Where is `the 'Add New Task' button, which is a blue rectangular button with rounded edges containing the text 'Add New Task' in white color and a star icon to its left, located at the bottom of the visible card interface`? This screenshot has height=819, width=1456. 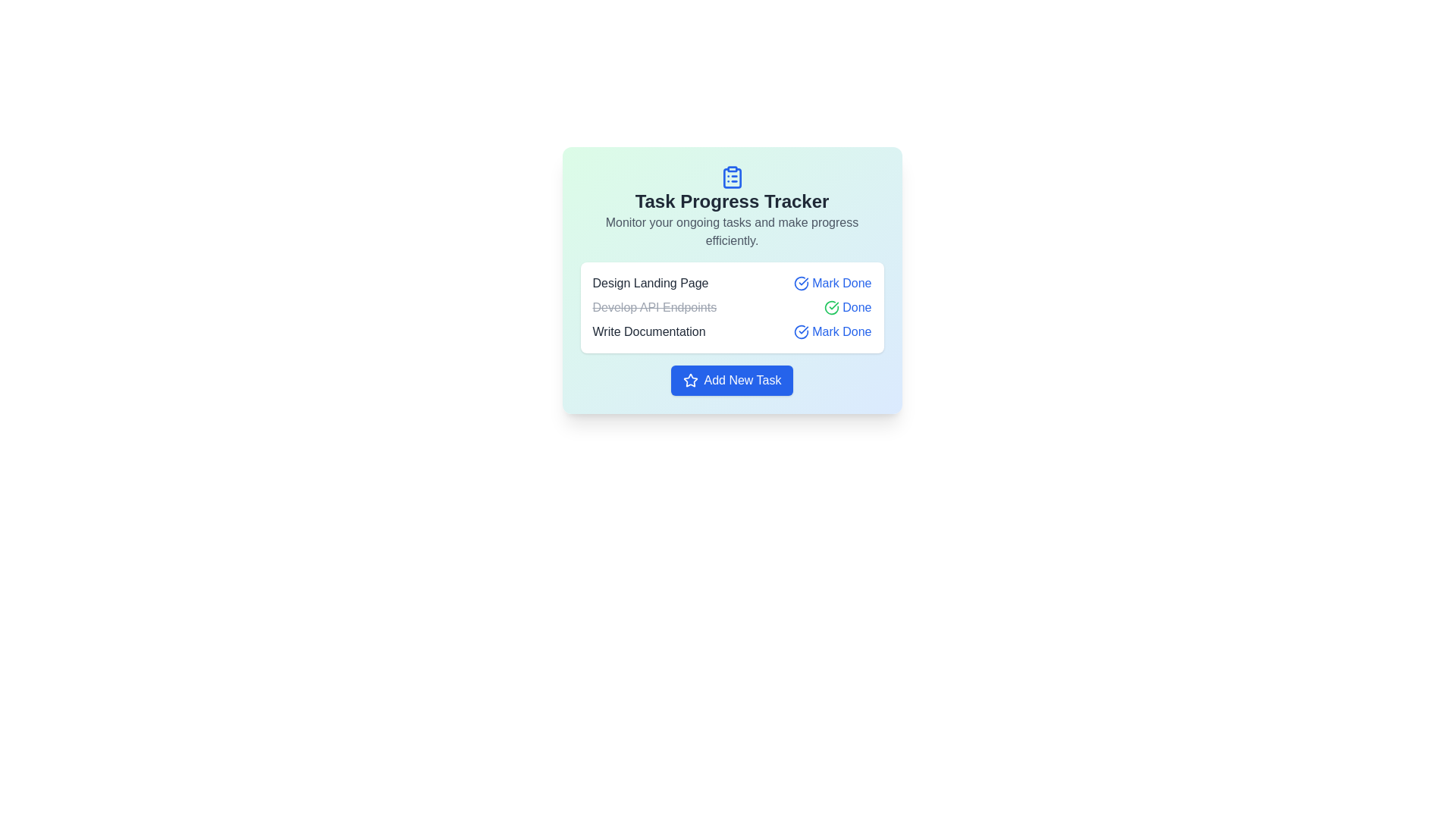
the 'Add New Task' button, which is a blue rectangular button with rounded edges containing the text 'Add New Task' in white color and a star icon to its left, located at the bottom of the visible card interface is located at coordinates (742, 379).